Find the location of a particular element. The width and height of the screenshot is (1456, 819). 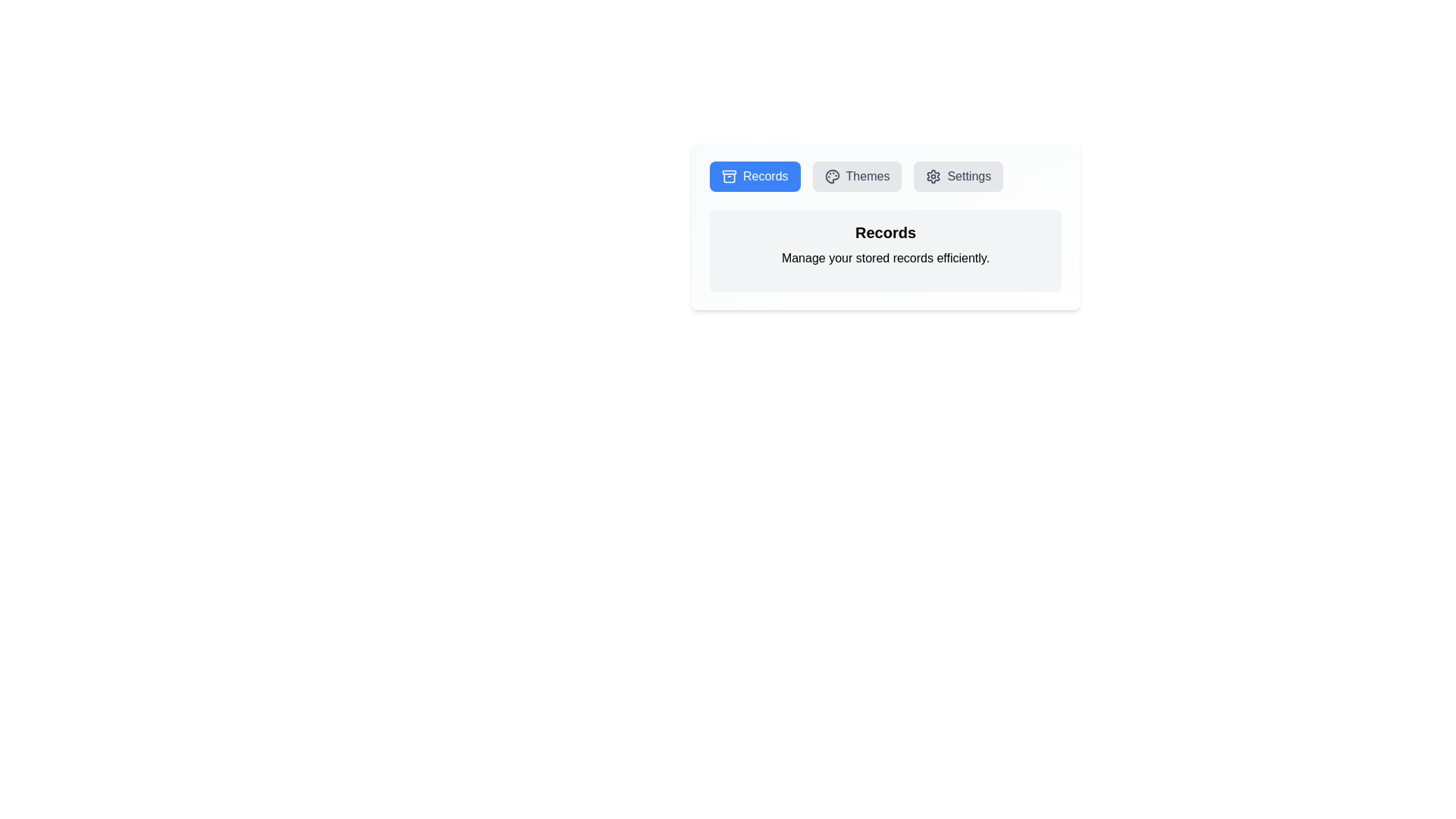

the Themes tab by clicking the corresponding button is located at coordinates (857, 175).